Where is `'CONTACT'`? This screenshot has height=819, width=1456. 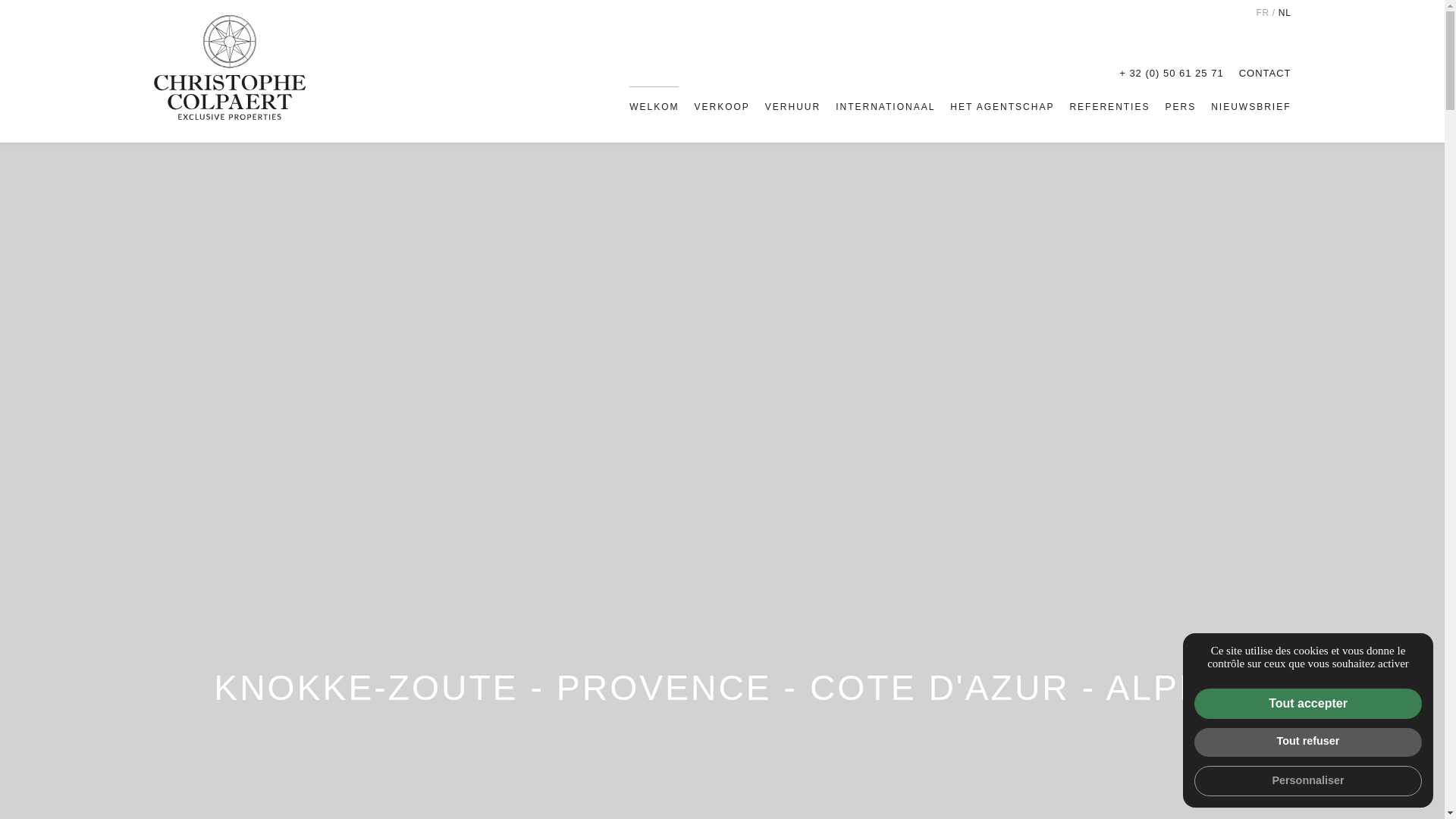 'CONTACT' is located at coordinates (1238, 73).